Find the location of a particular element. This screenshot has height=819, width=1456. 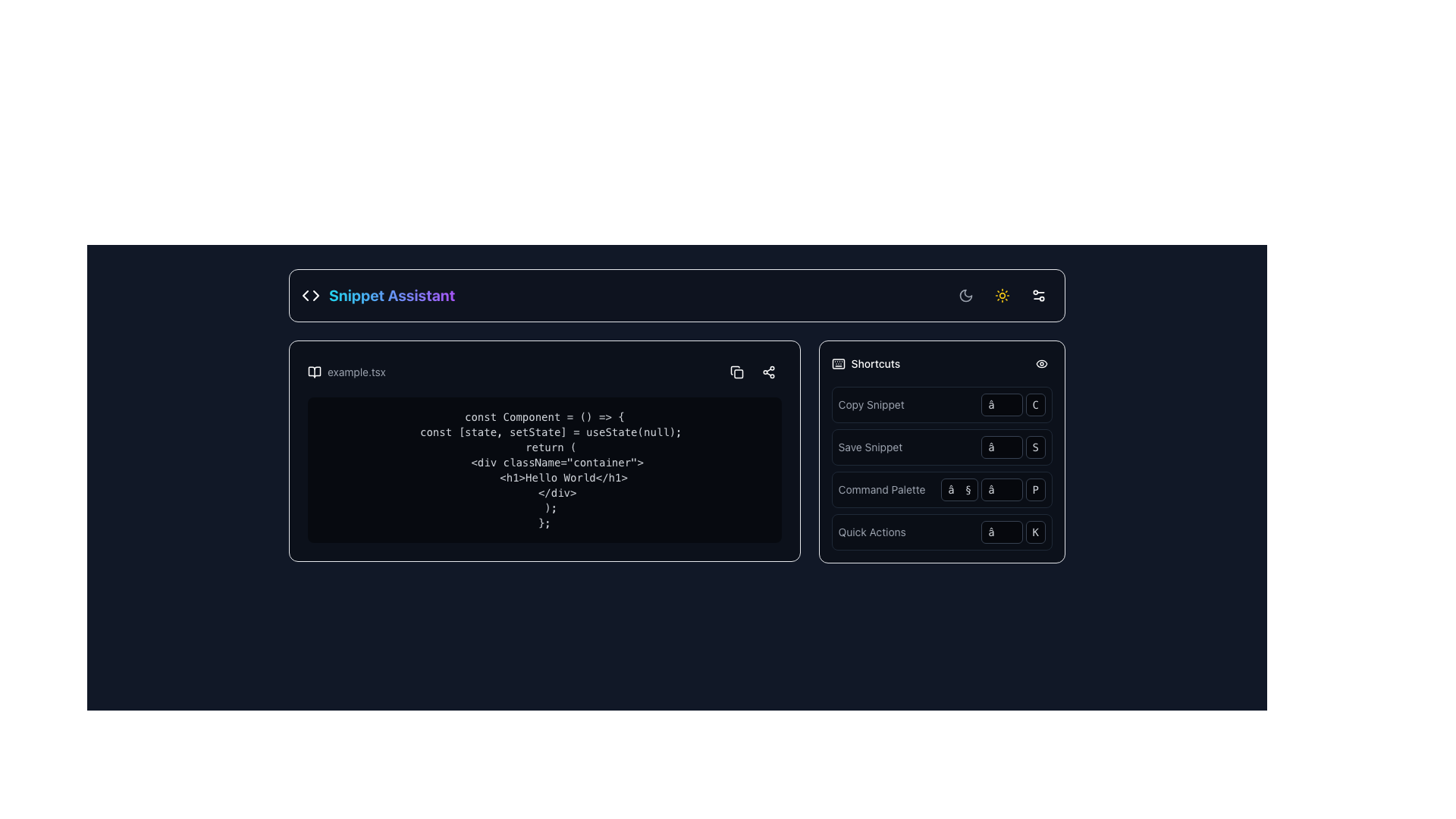

the icon located at the top-right section of the interface is located at coordinates (1002, 295).